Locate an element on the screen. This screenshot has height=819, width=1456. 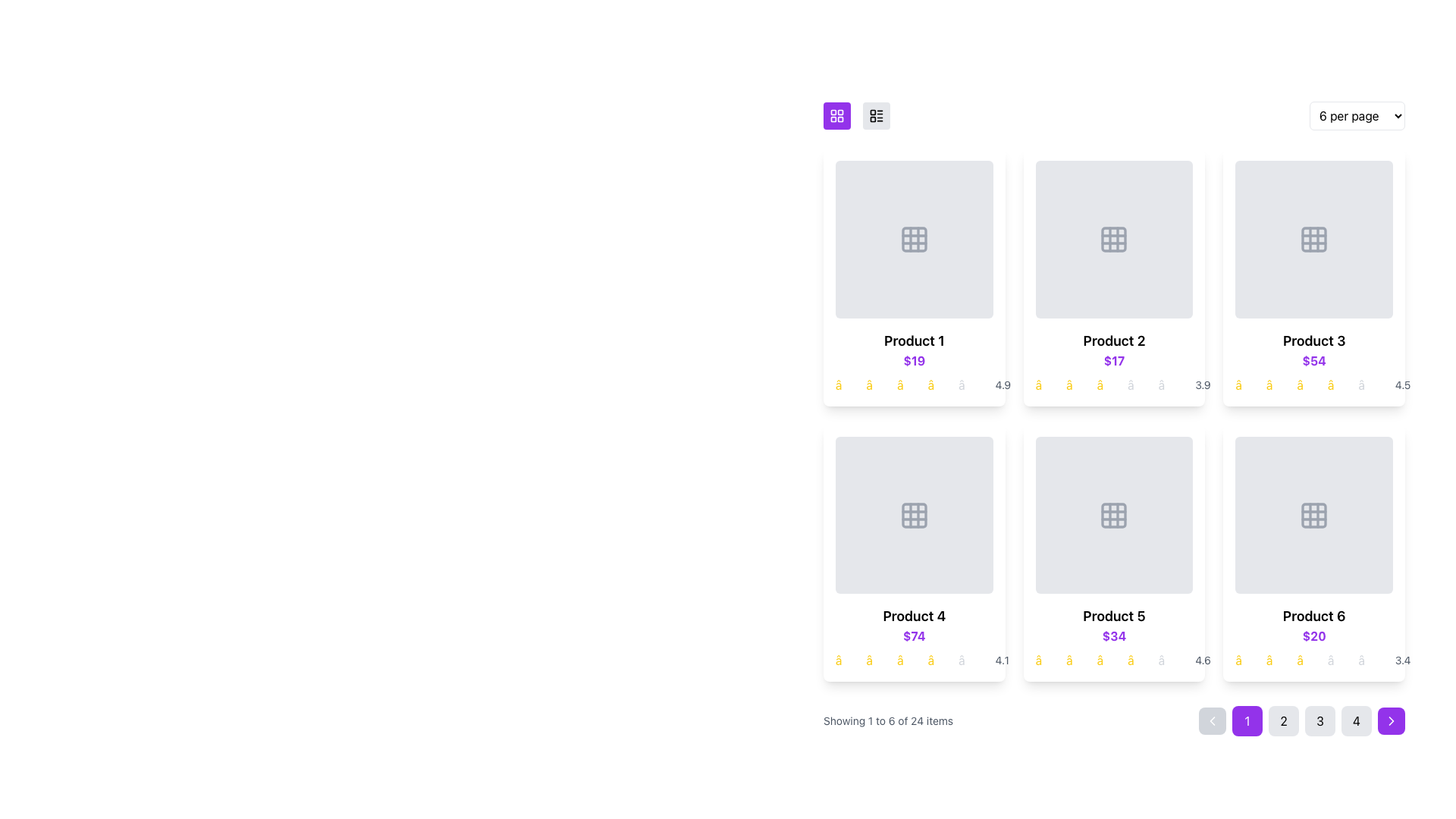
the product information display element showing 'Product 6', priced at '$20' with a rating of '3.4' to visit the product's page is located at coordinates (1313, 638).